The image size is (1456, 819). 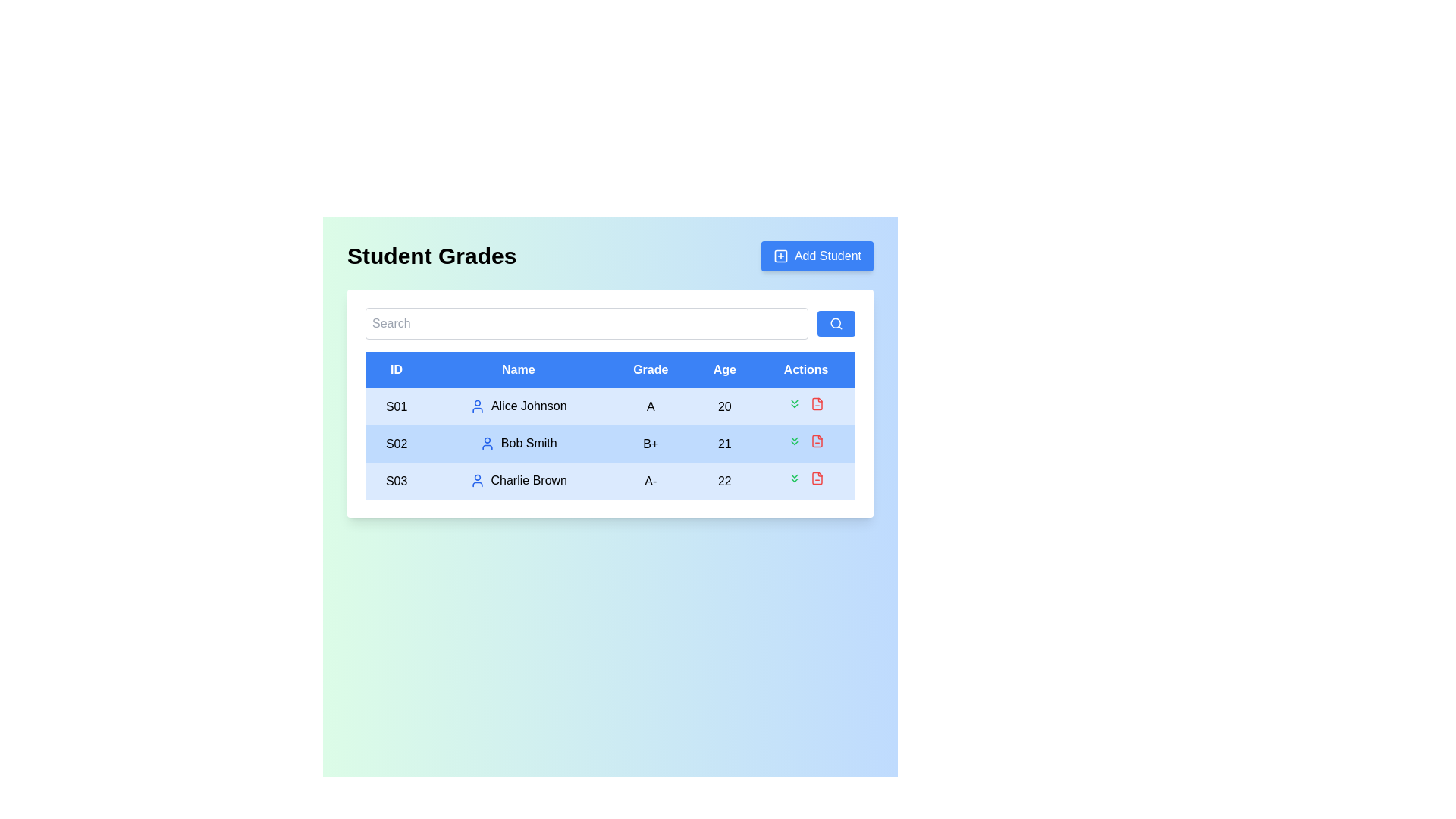 What do you see at coordinates (487, 444) in the screenshot?
I see `the profile icon located to the left of 'Bob Smith' in the 'Name' column` at bounding box center [487, 444].